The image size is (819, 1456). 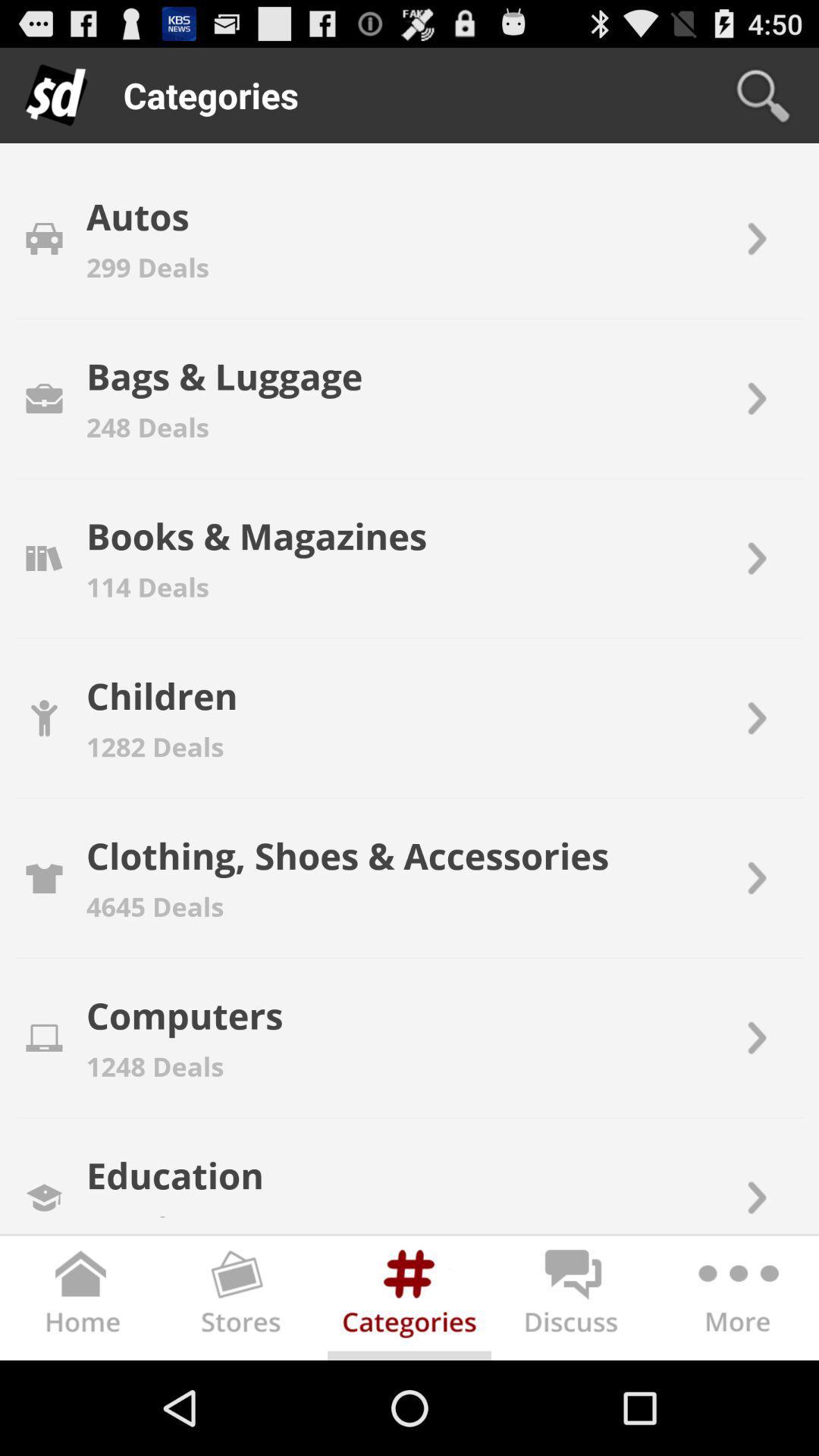 What do you see at coordinates (573, 1301) in the screenshot?
I see `discuss` at bounding box center [573, 1301].